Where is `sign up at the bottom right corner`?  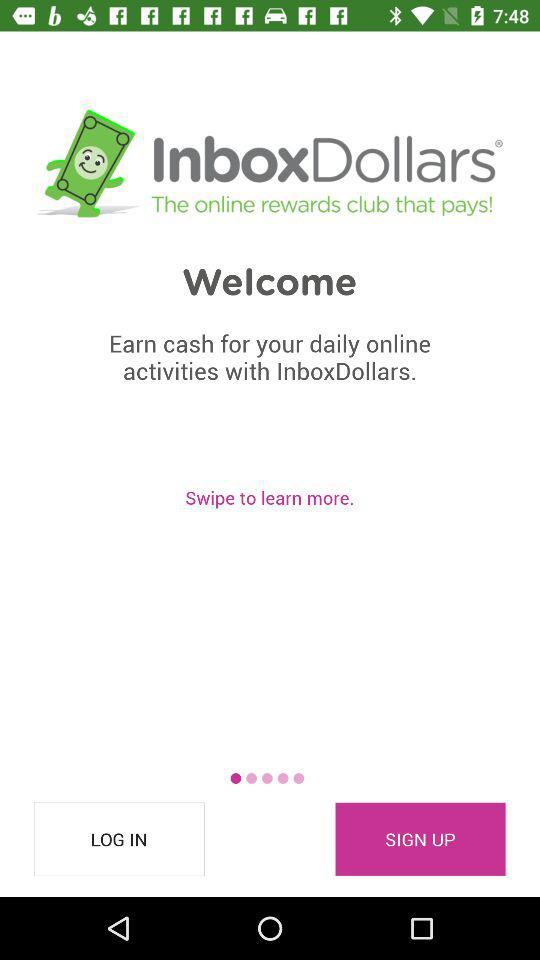 sign up at the bottom right corner is located at coordinates (419, 839).